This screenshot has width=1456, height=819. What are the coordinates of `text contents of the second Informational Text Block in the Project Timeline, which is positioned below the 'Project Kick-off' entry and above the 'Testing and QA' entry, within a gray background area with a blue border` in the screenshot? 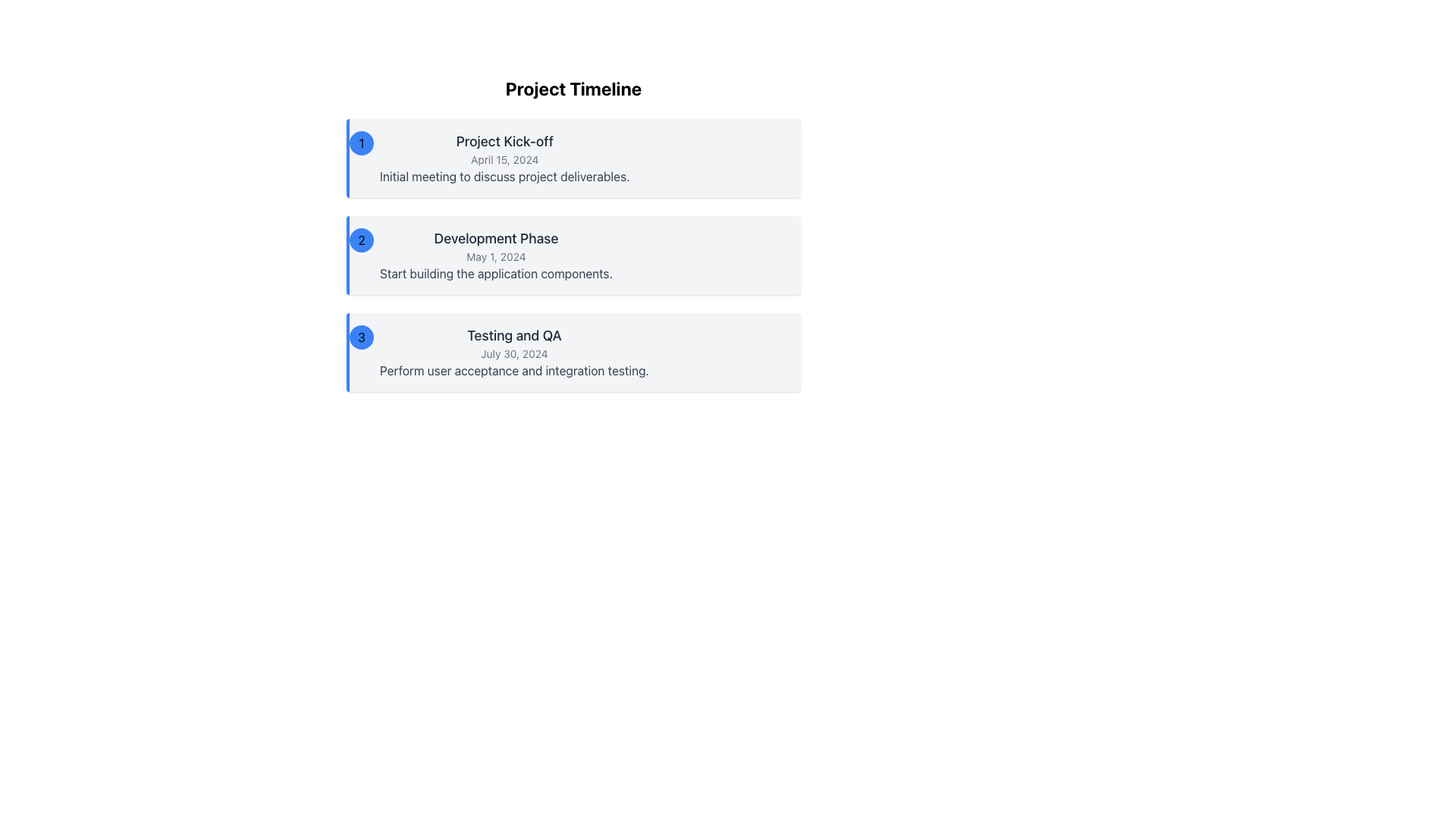 It's located at (496, 254).